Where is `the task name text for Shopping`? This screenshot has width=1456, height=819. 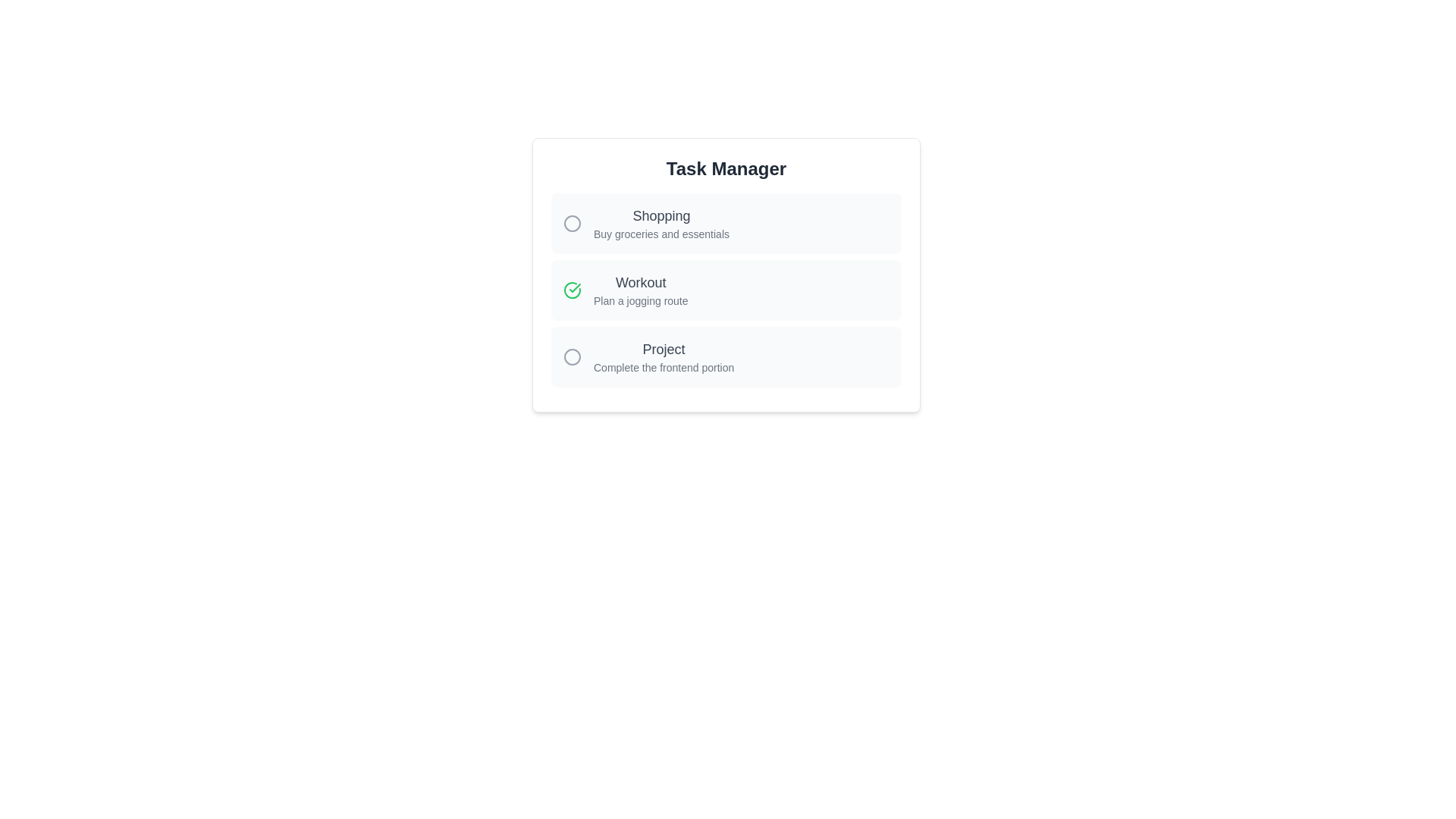 the task name text for Shopping is located at coordinates (646, 216).